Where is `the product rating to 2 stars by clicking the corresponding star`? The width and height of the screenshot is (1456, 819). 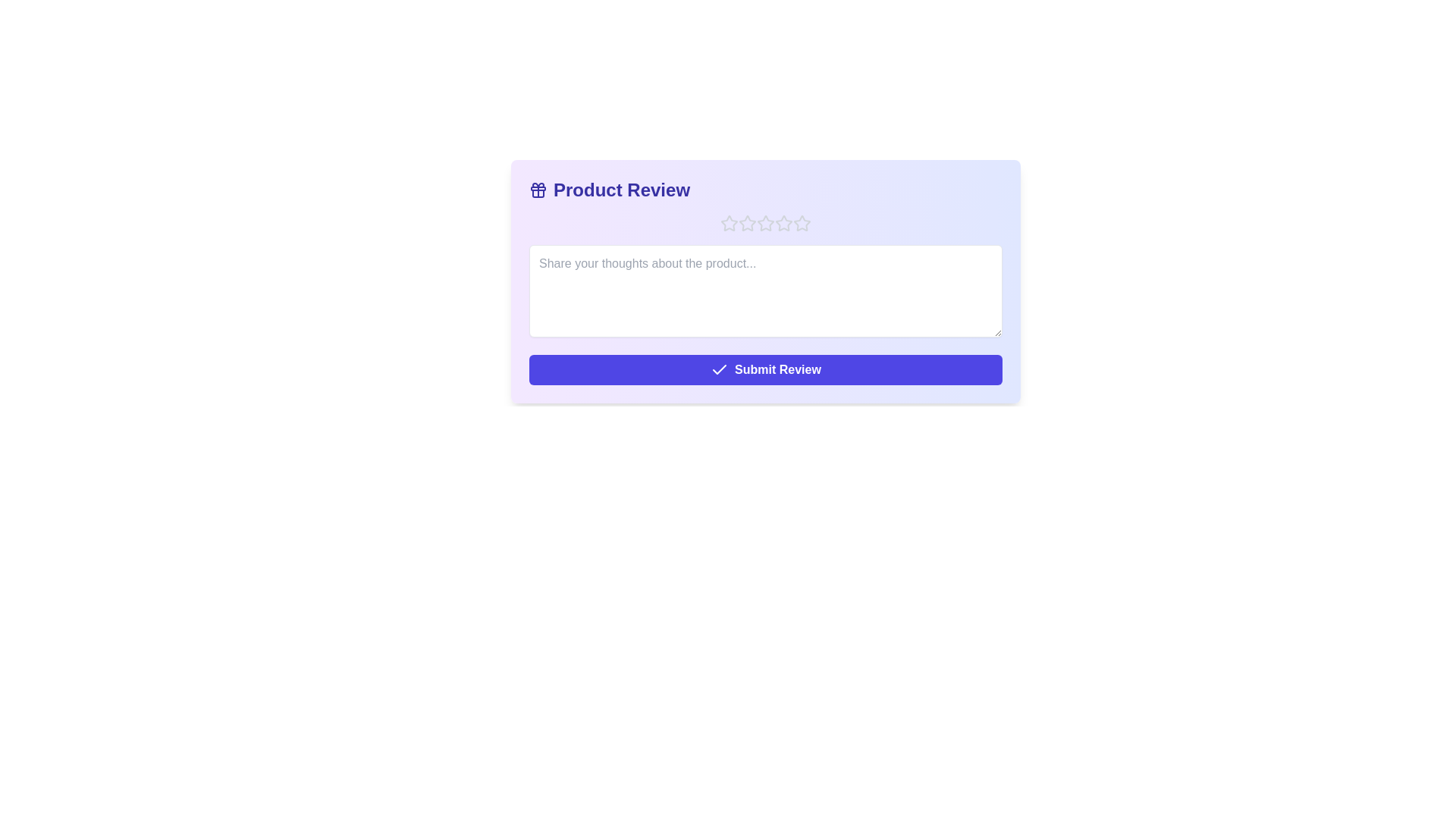
the product rating to 2 stars by clicking the corresponding star is located at coordinates (747, 223).